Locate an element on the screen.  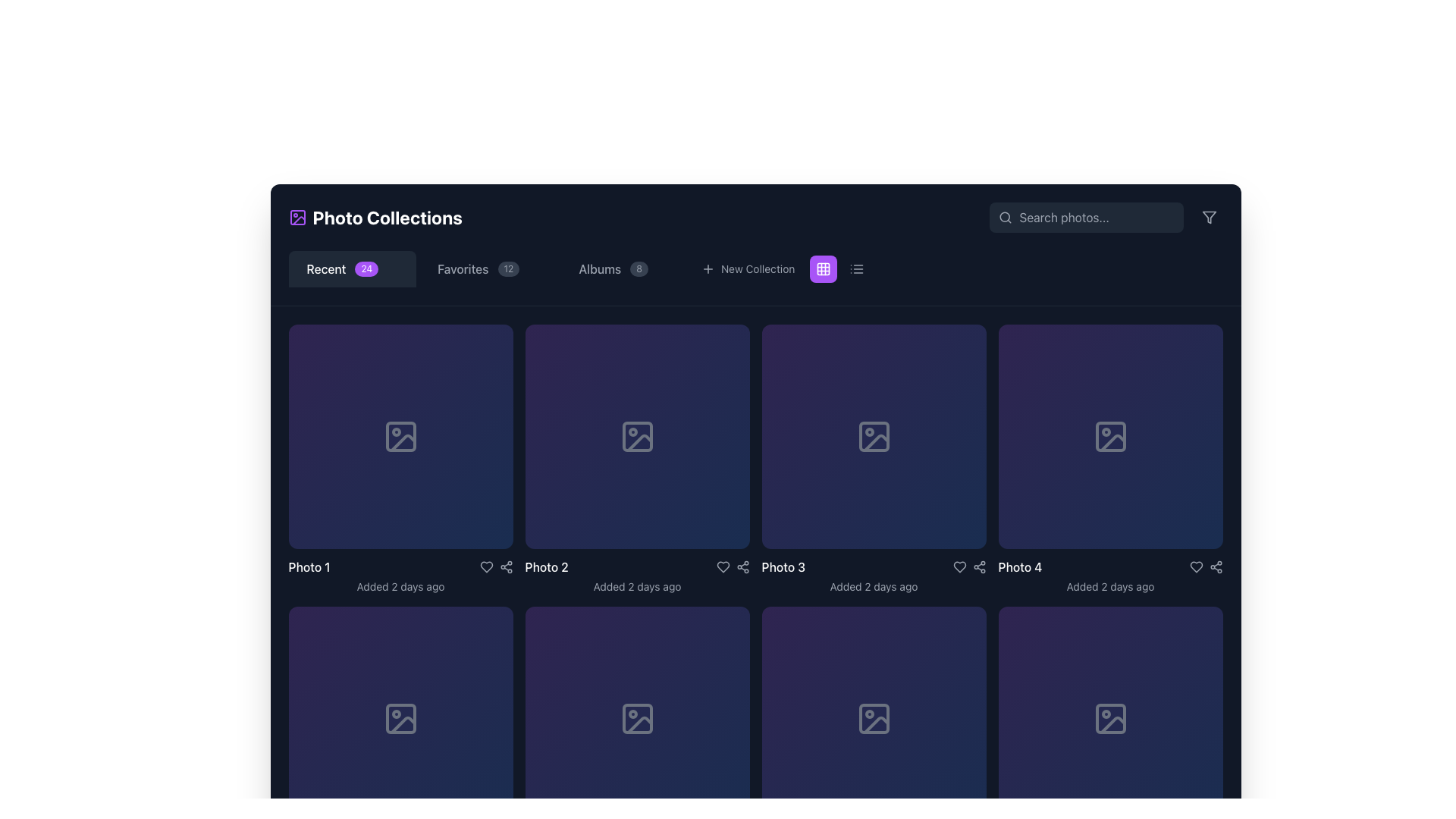
the rounded rectangular icon representing a grid layout in the navigation bar, located between the 'New Collection' button and the list-view toggle icon is located at coordinates (823, 268).